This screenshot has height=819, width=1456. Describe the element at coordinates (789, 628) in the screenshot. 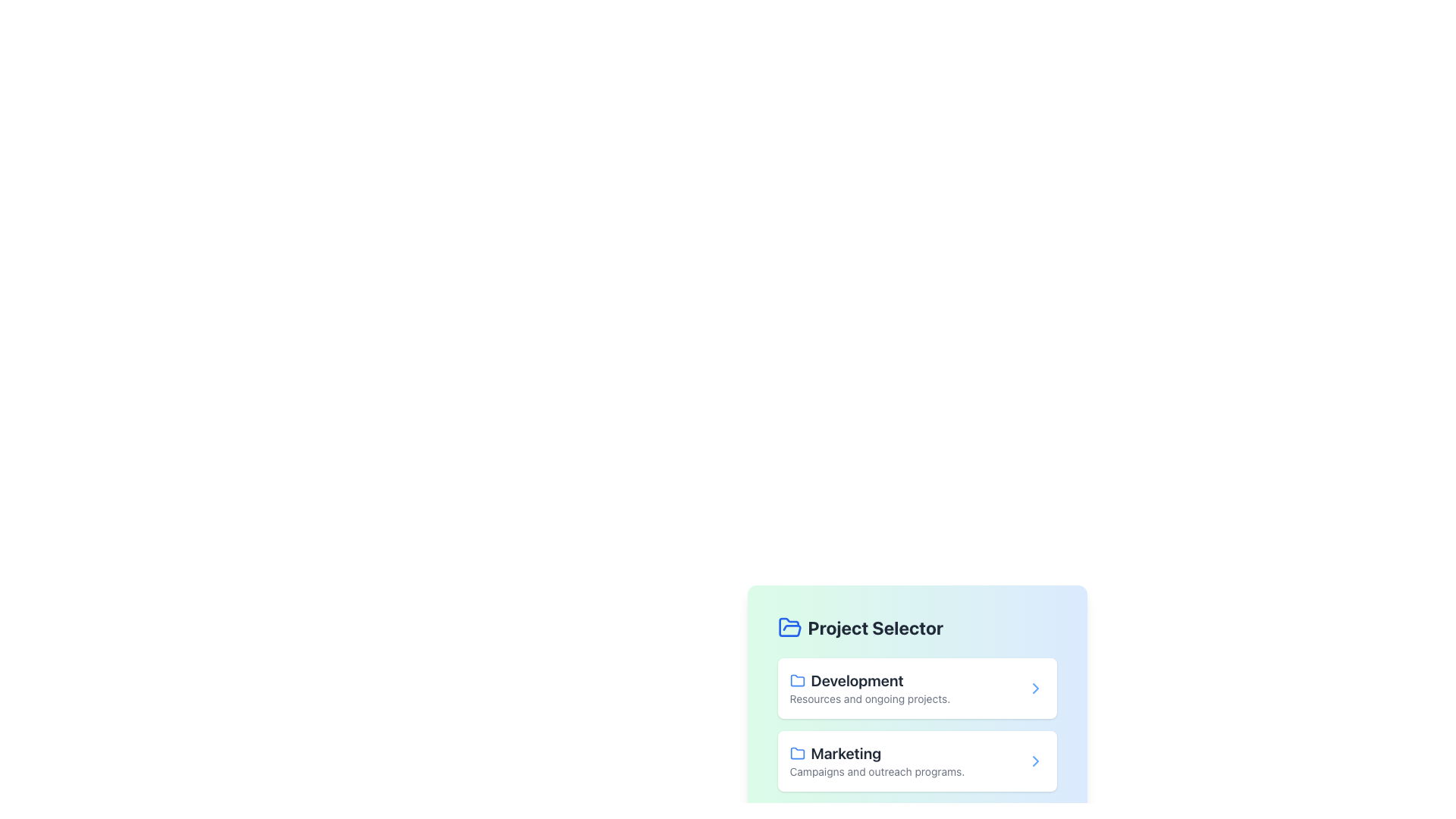

I see `the open folder icon, which is styled in bold blue color and located to the left of the 'Project Selector' text in the header panel` at that location.